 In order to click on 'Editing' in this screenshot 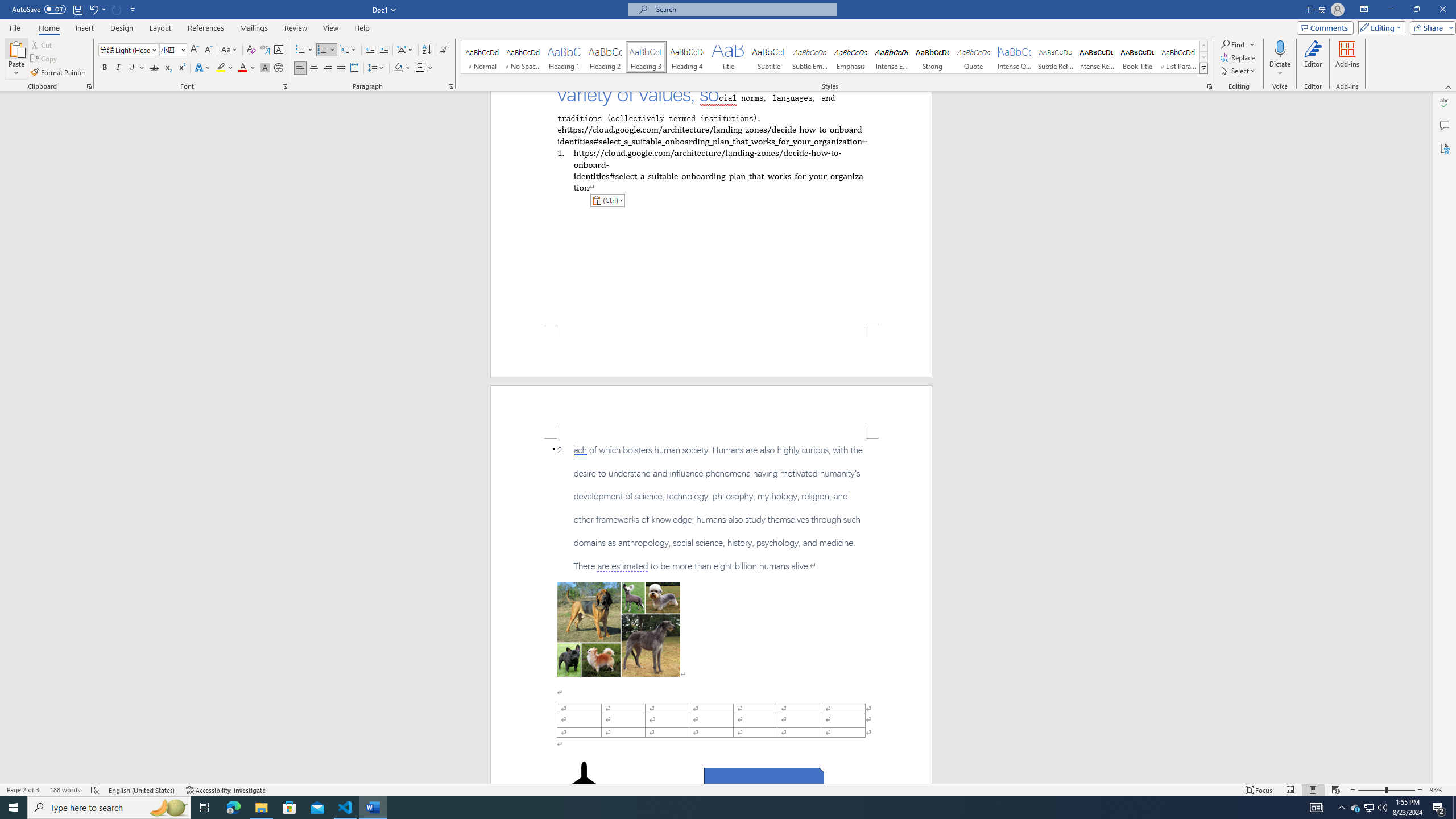, I will do `click(1379, 27)`.